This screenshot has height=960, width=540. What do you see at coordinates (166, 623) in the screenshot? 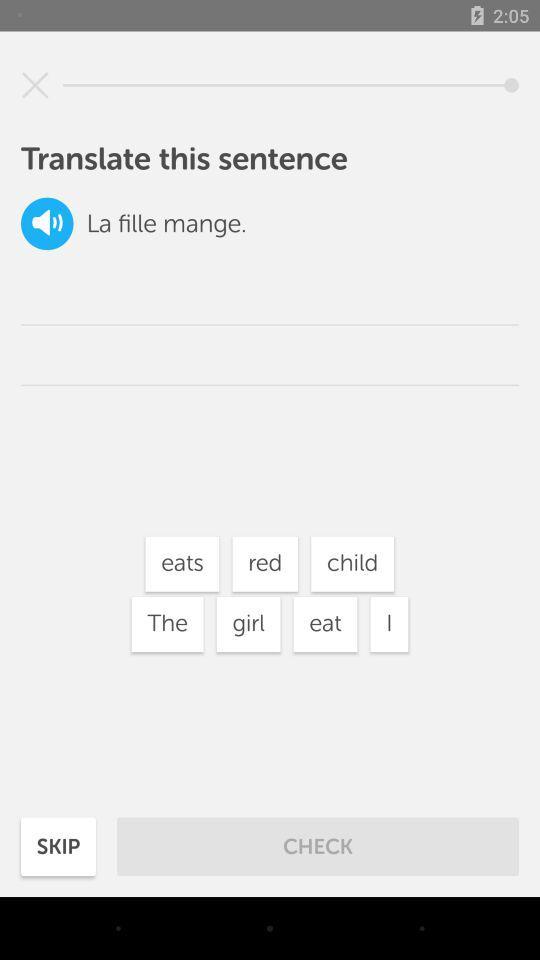
I see `button left to girl at bottom` at bounding box center [166, 623].